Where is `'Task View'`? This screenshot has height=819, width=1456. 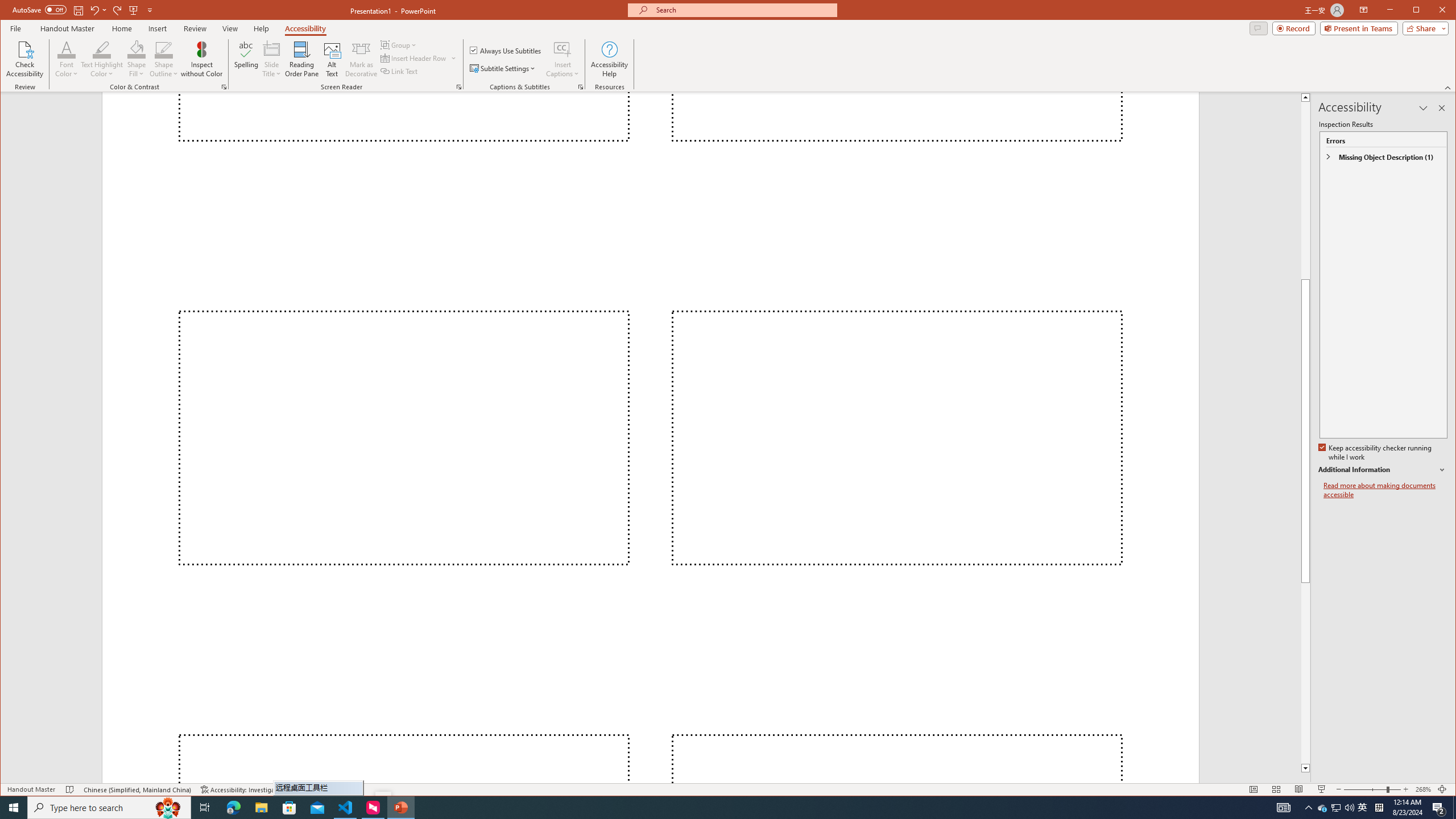 'Task View' is located at coordinates (204, 806).